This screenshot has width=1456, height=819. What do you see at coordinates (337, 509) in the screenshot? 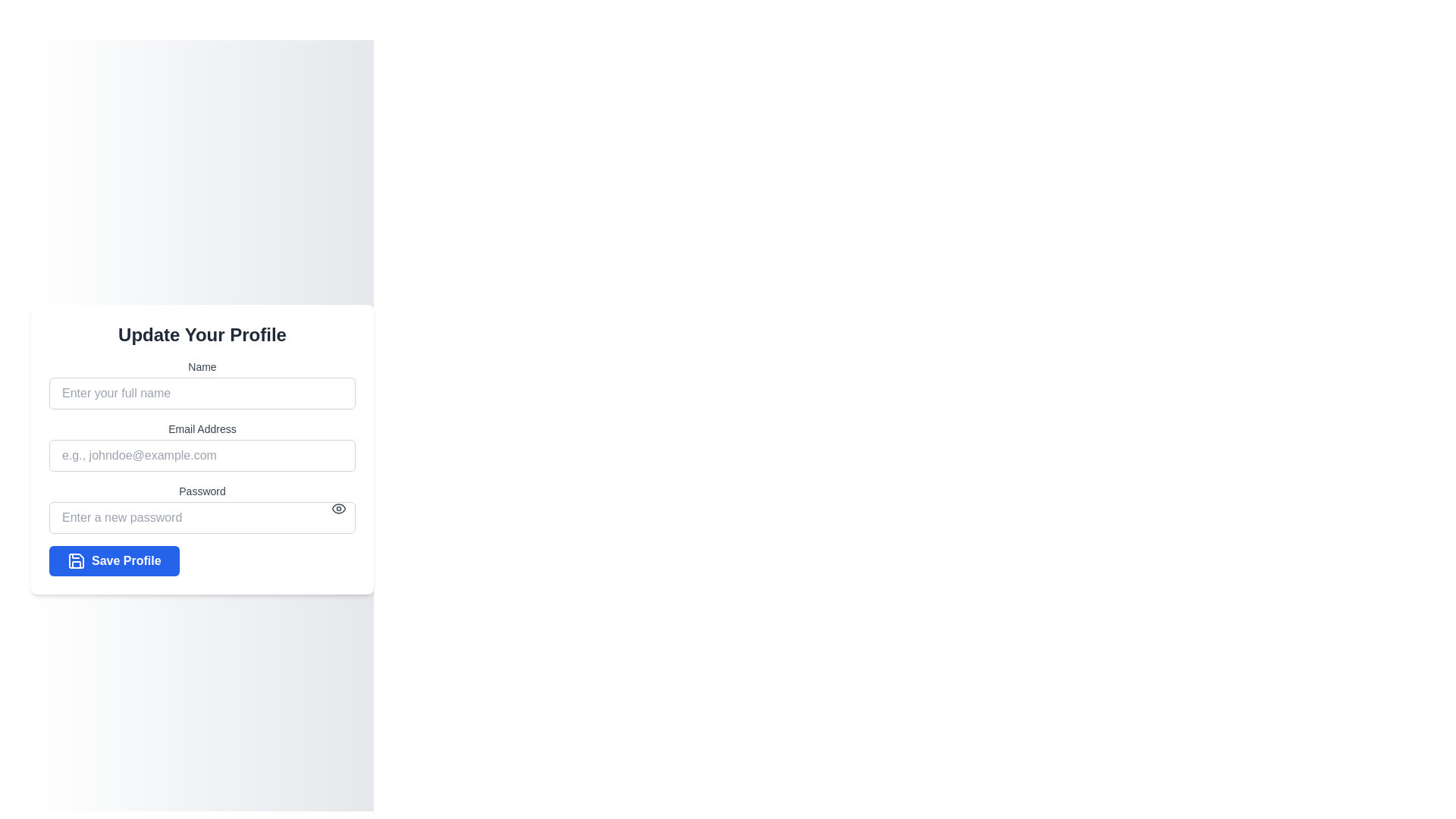
I see `the eye icon button located to the right of the 'Password' input field in the 'Update Your Profile' form` at bounding box center [337, 509].